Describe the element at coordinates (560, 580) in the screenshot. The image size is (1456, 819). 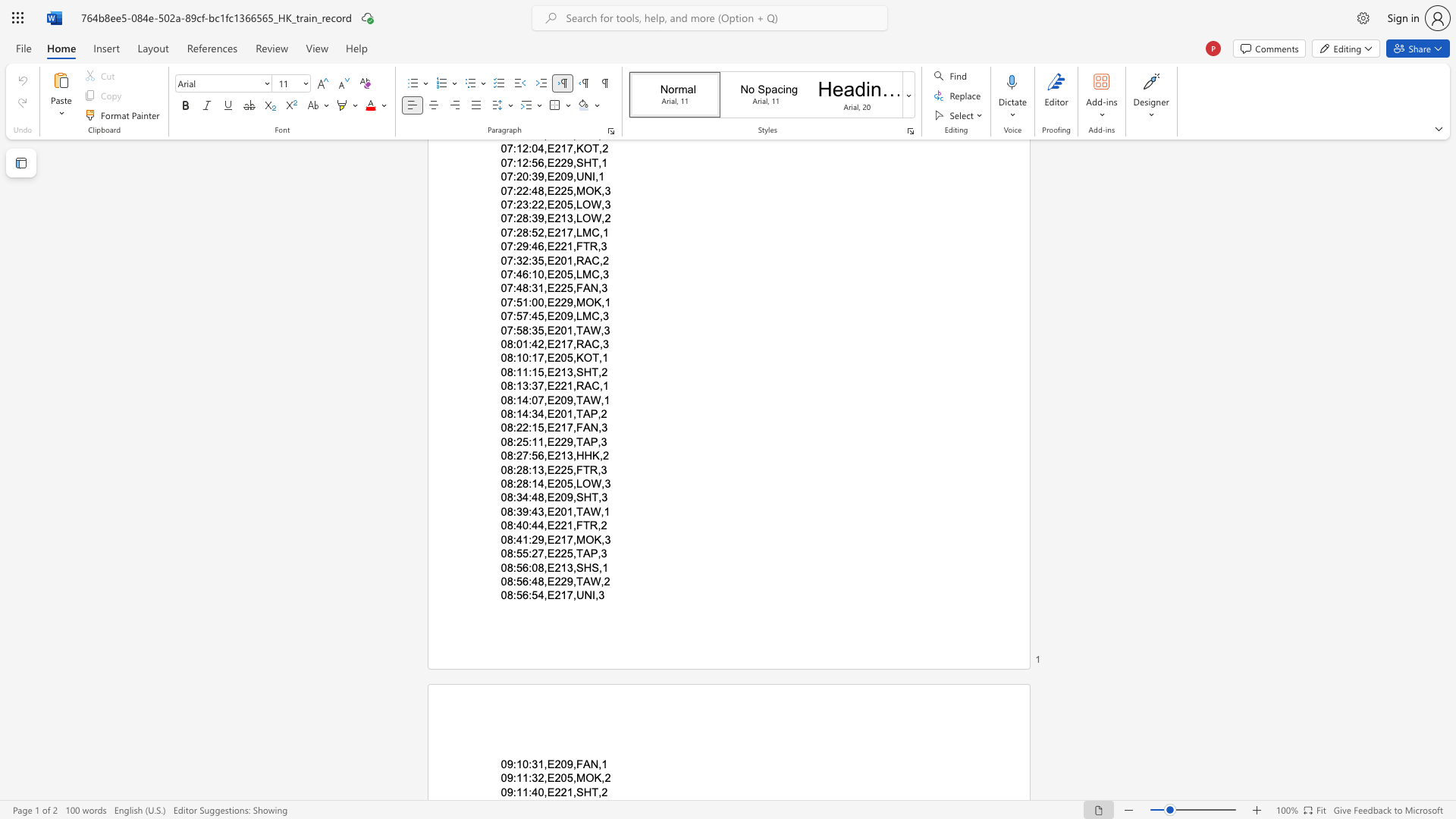
I see `the subset text "29,TAW" within the text "08:56:48,E229,TAW,2"` at that location.